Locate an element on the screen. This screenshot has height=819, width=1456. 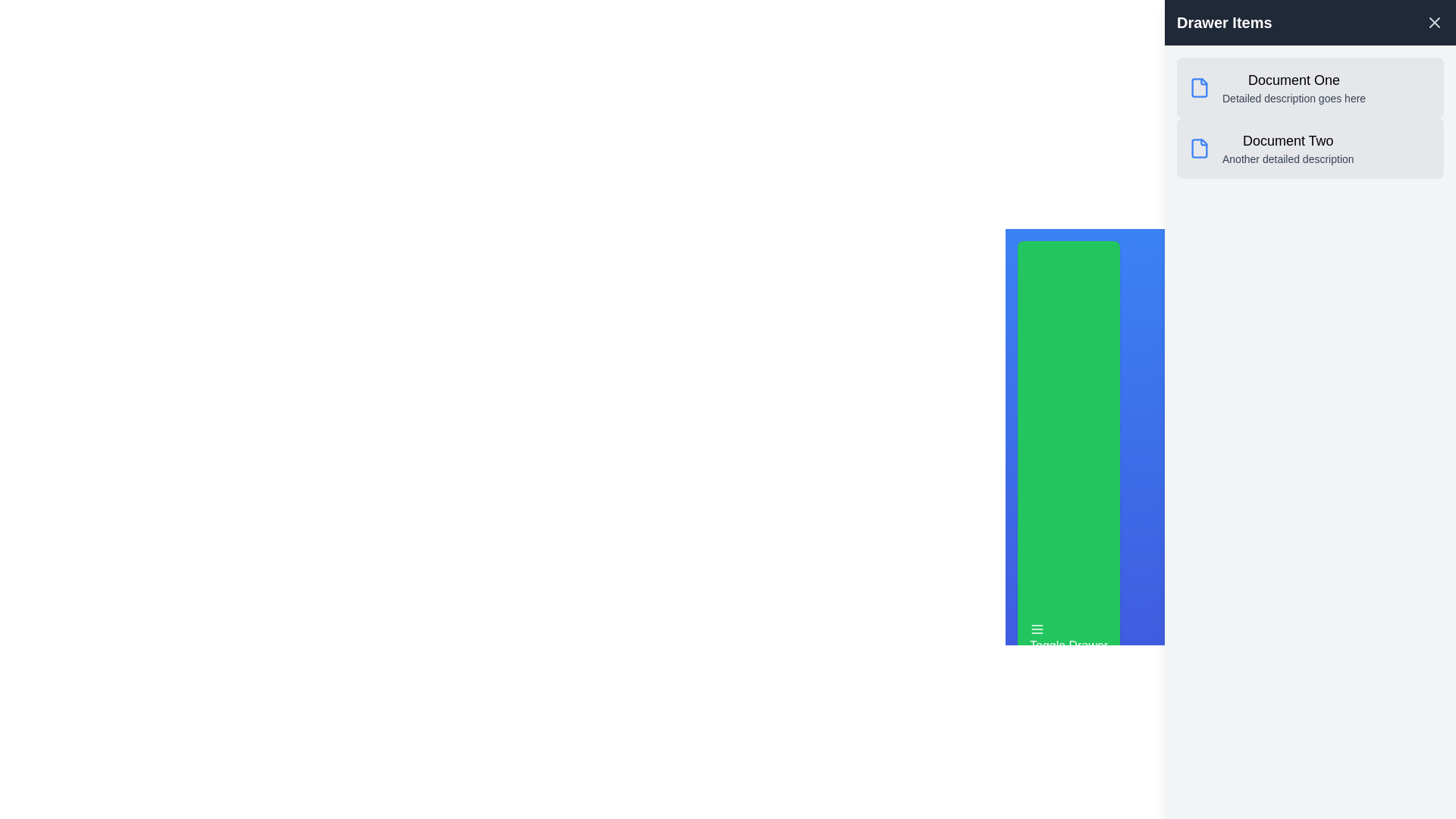
the toggle button to toggle the drawer's visibility is located at coordinates (1068, 638).